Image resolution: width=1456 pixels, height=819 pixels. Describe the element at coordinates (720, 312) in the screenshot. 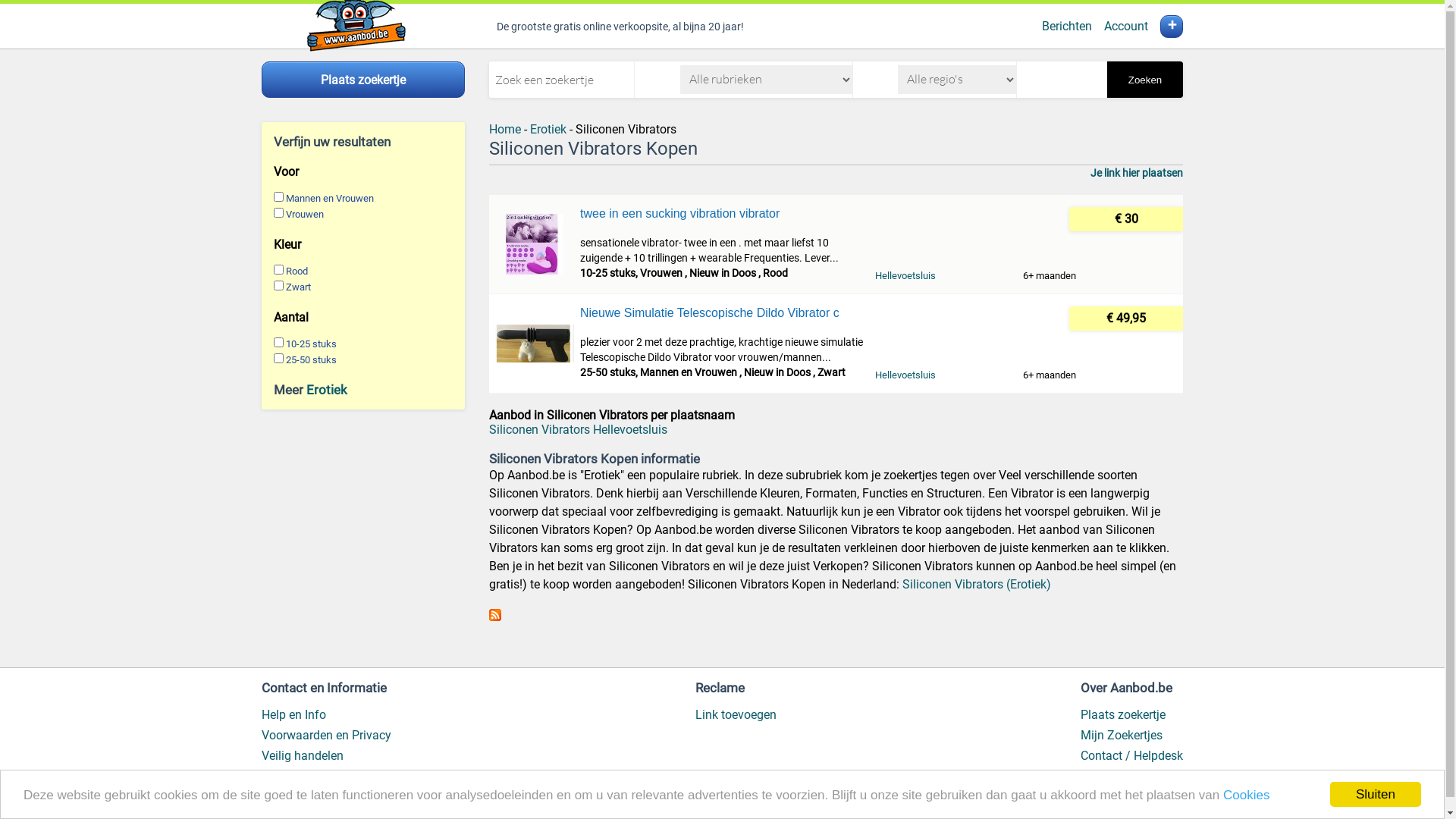

I see `'Nieuwe Simulatie Telescopische Dildo Vibrator c'` at that location.